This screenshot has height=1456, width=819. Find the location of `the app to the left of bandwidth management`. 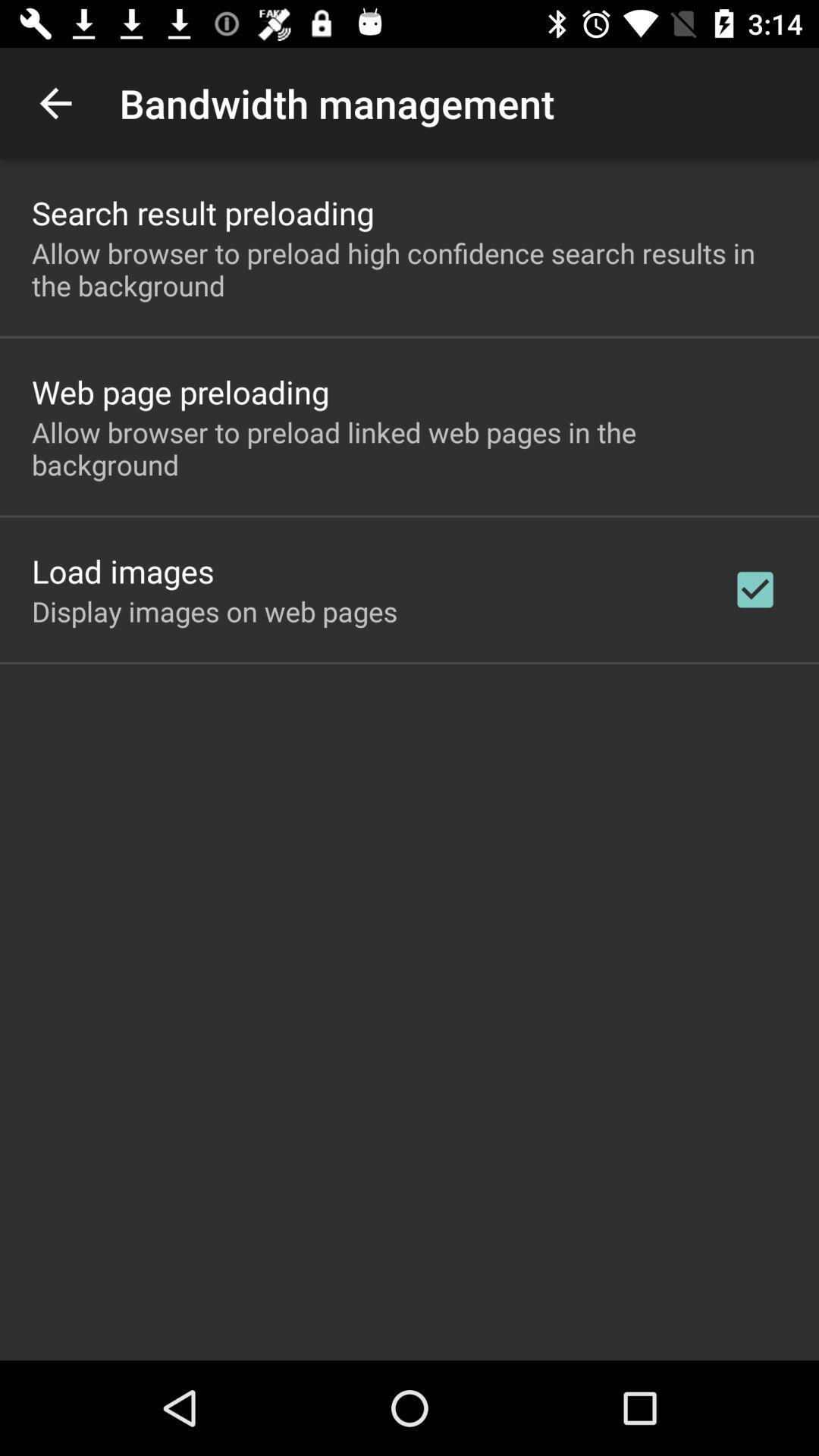

the app to the left of bandwidth management is located at coordinates (55, 102).